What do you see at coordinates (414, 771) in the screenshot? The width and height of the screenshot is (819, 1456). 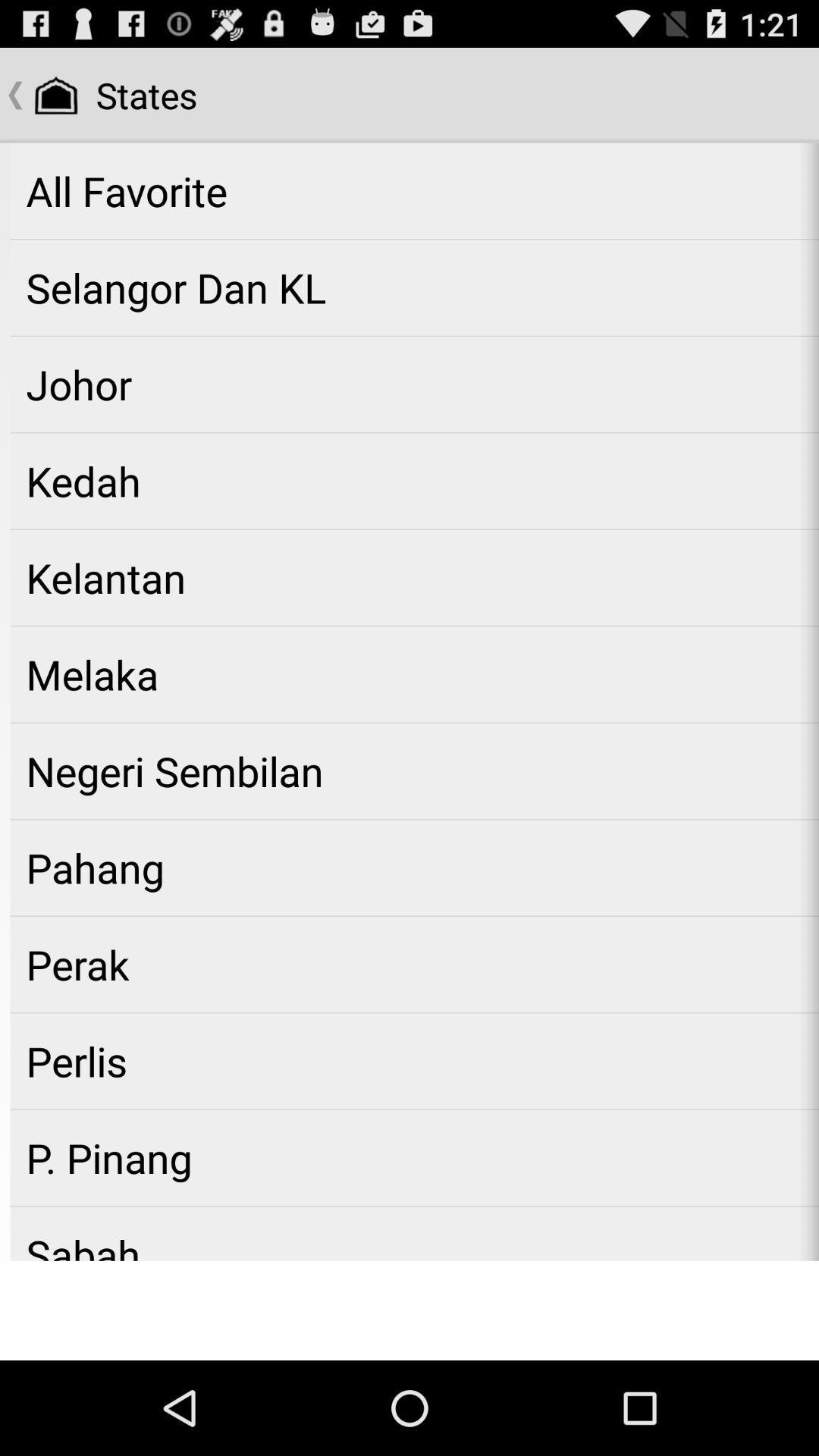 I see `the negeri sembilan item` at bounding box center [414, 771].